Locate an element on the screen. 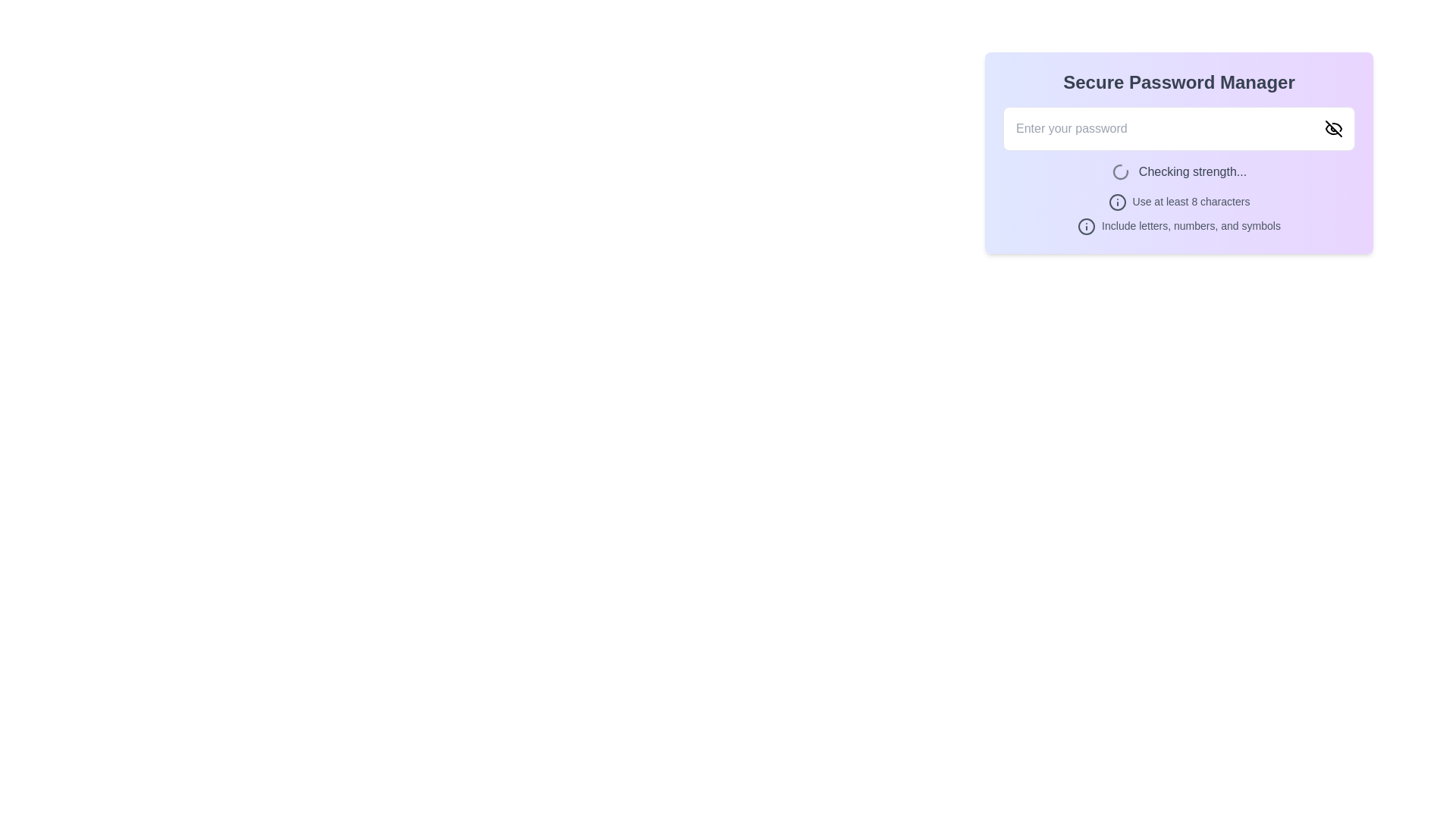 The height and width of the screenshot is (819, 1456). the circular information icon with an outlined border and a small dot inside, located to the left of the 'Use at least 8 characters' text area is located at coordinates (1117, 201).